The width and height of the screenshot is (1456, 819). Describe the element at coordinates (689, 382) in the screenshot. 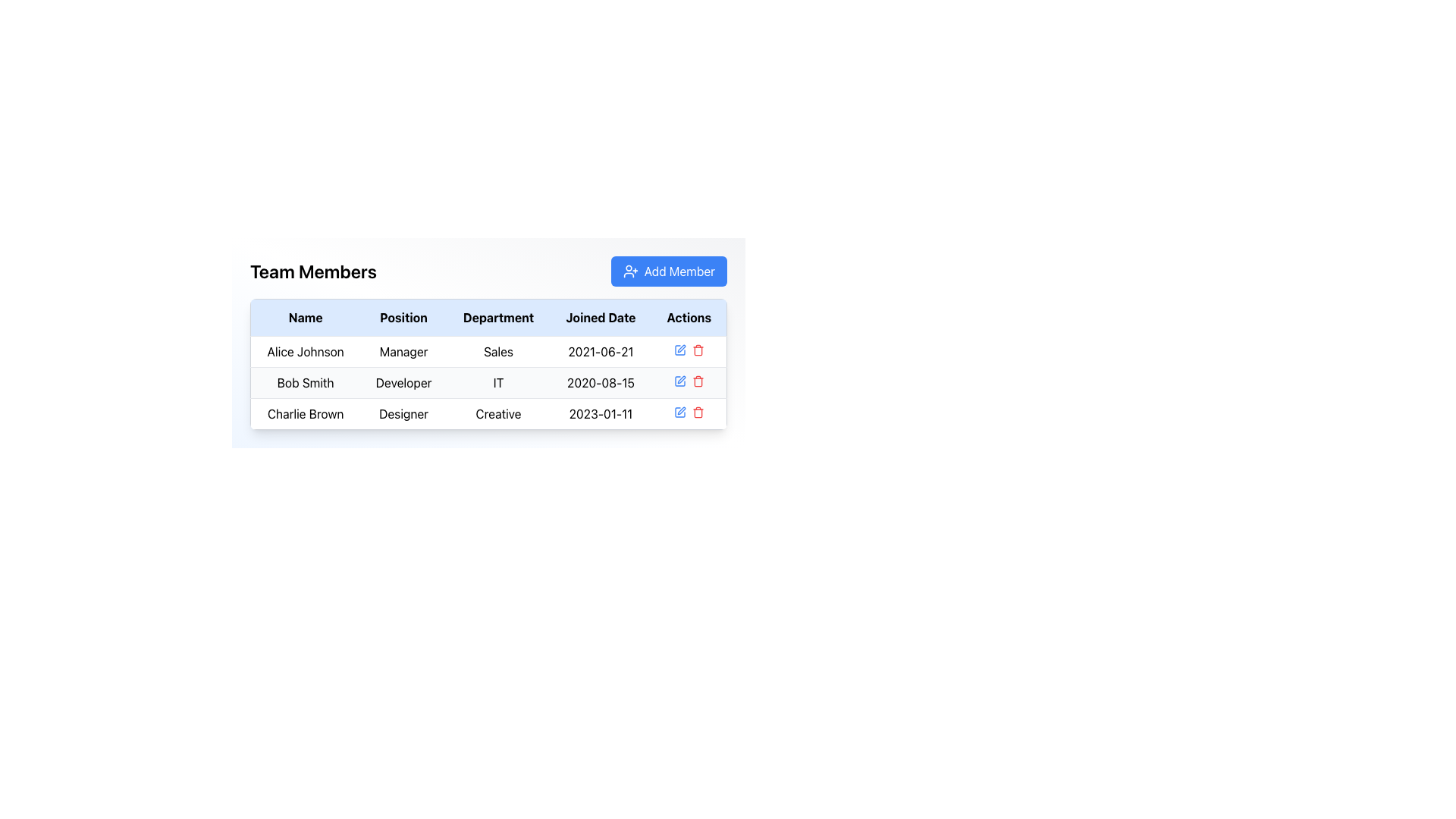

I see `the red trash bin icon for deletion located at the bottom-right corner of the 'Actions' column for 'Bob Smith'` at that location.